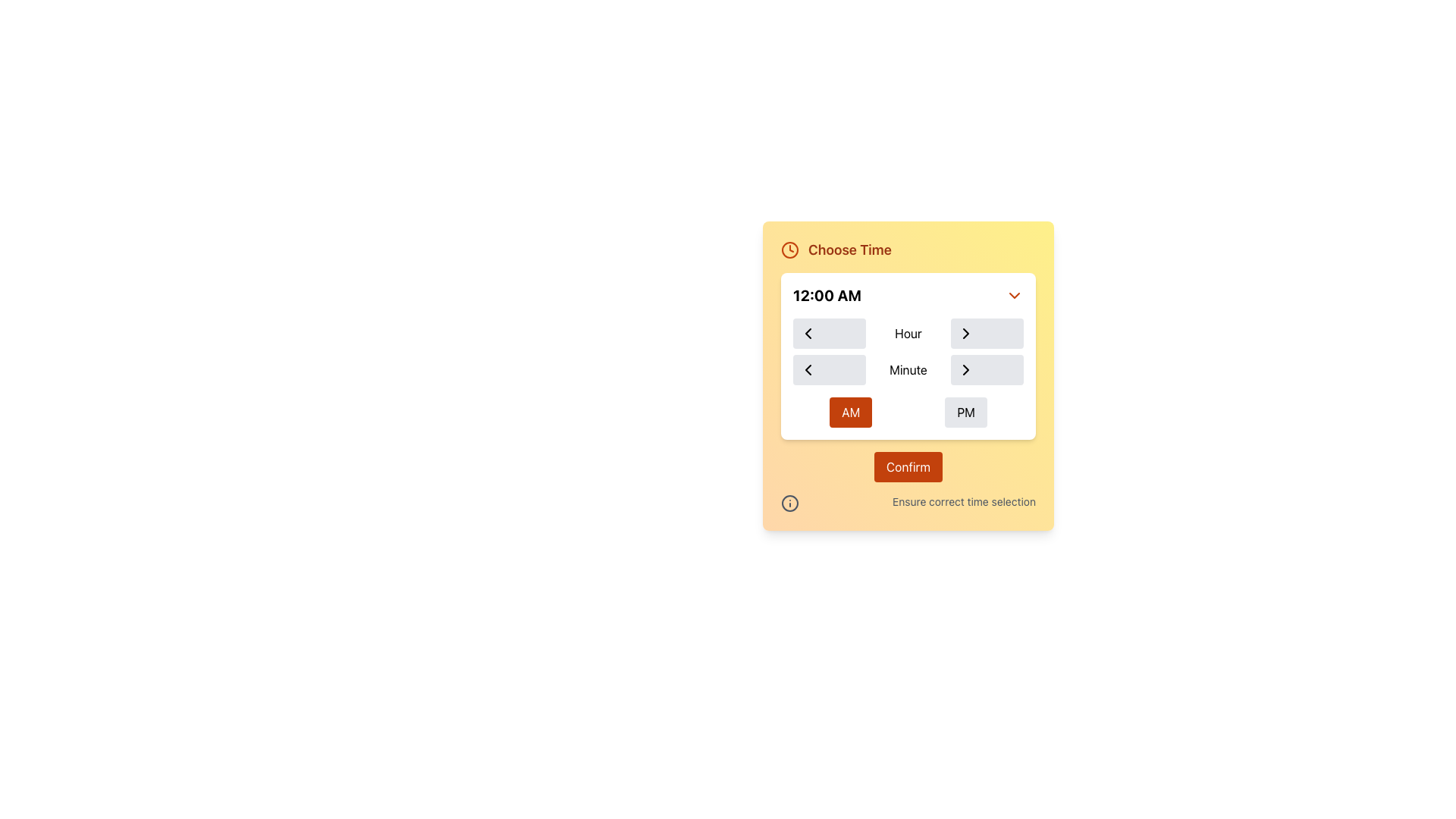  I want to click on the rectangular button with a light gray background and a right-pointing chevron symbol in the 'Minute' row of the grid layout to increment minutes, so click(987, 370).